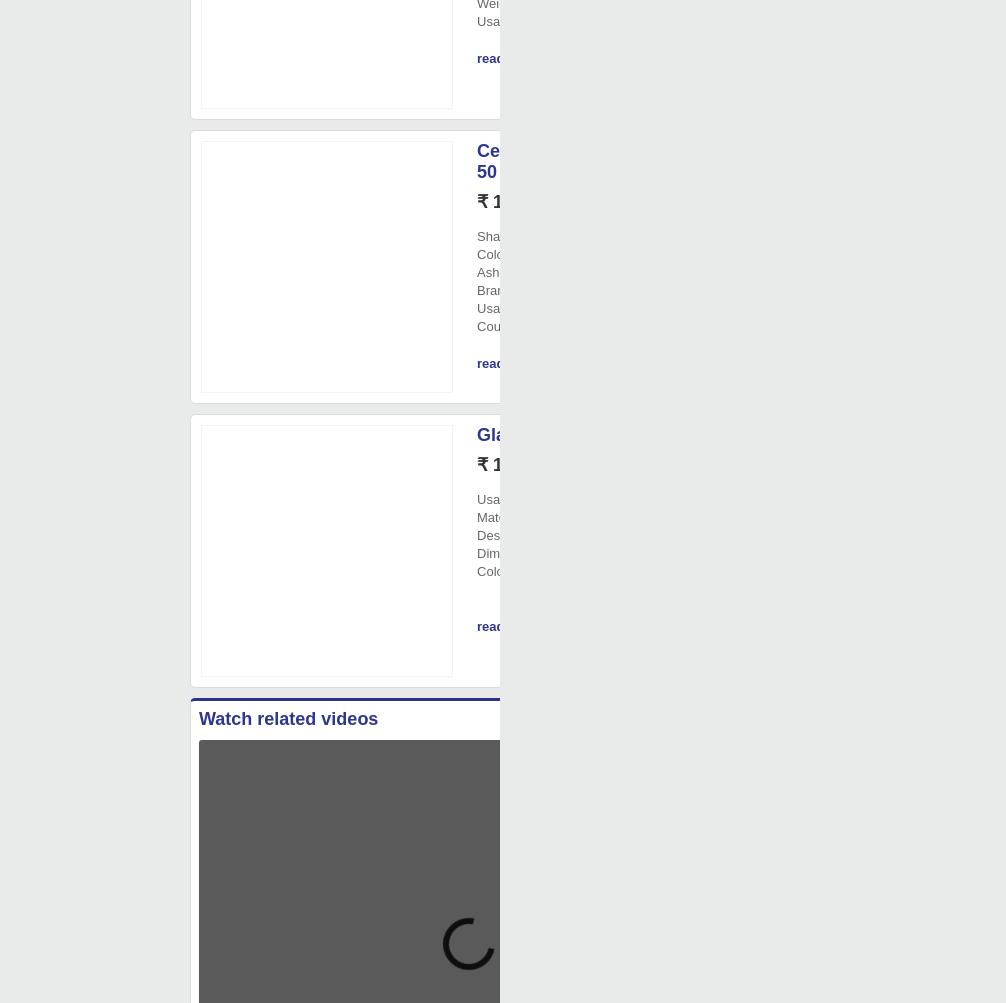 Image resolution: width=1006 pixels, height=1003 pixels. What do you see at coordinates (501, 464) in the screenshot?
I see `'₹ 130/'` at bounding box center [501, 464].